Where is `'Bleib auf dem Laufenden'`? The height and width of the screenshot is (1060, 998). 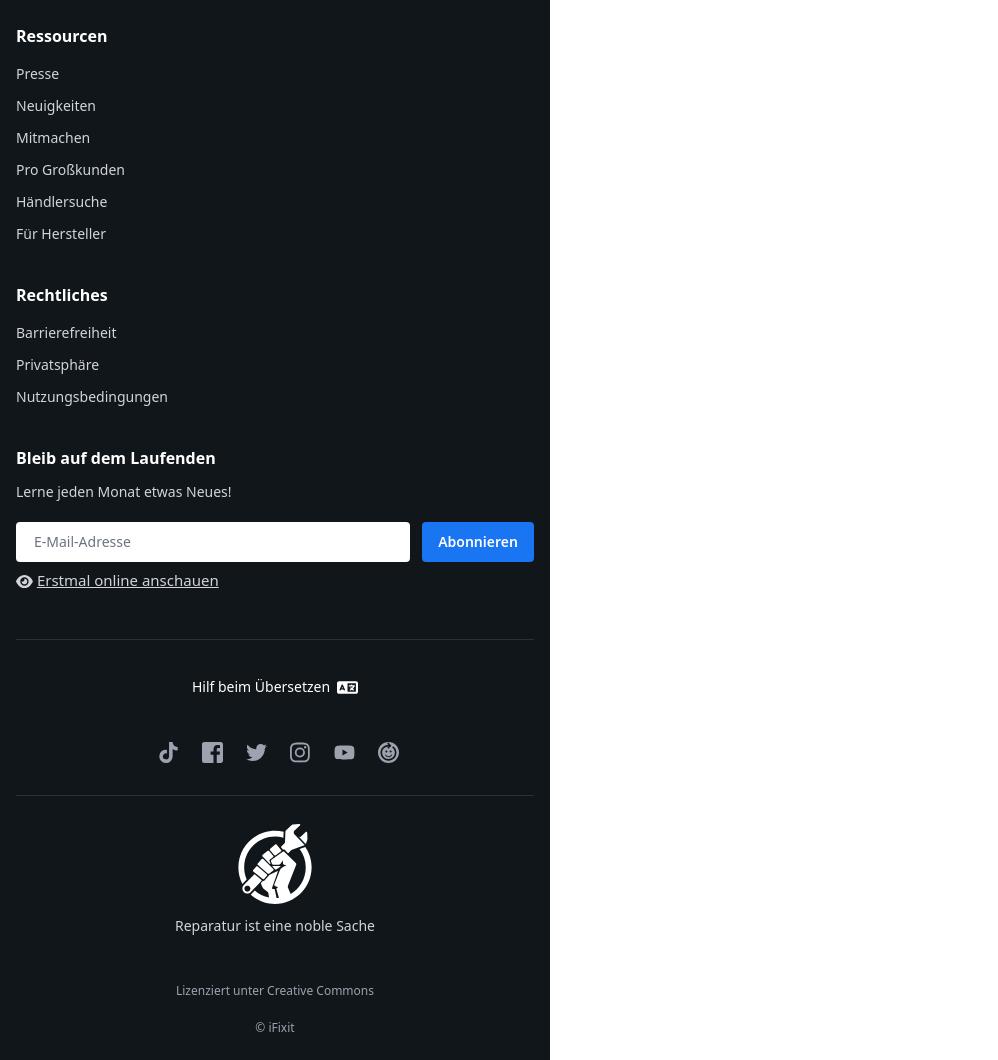
'Bleib auf dem Laufenden' is located at coordinates (115, 455).